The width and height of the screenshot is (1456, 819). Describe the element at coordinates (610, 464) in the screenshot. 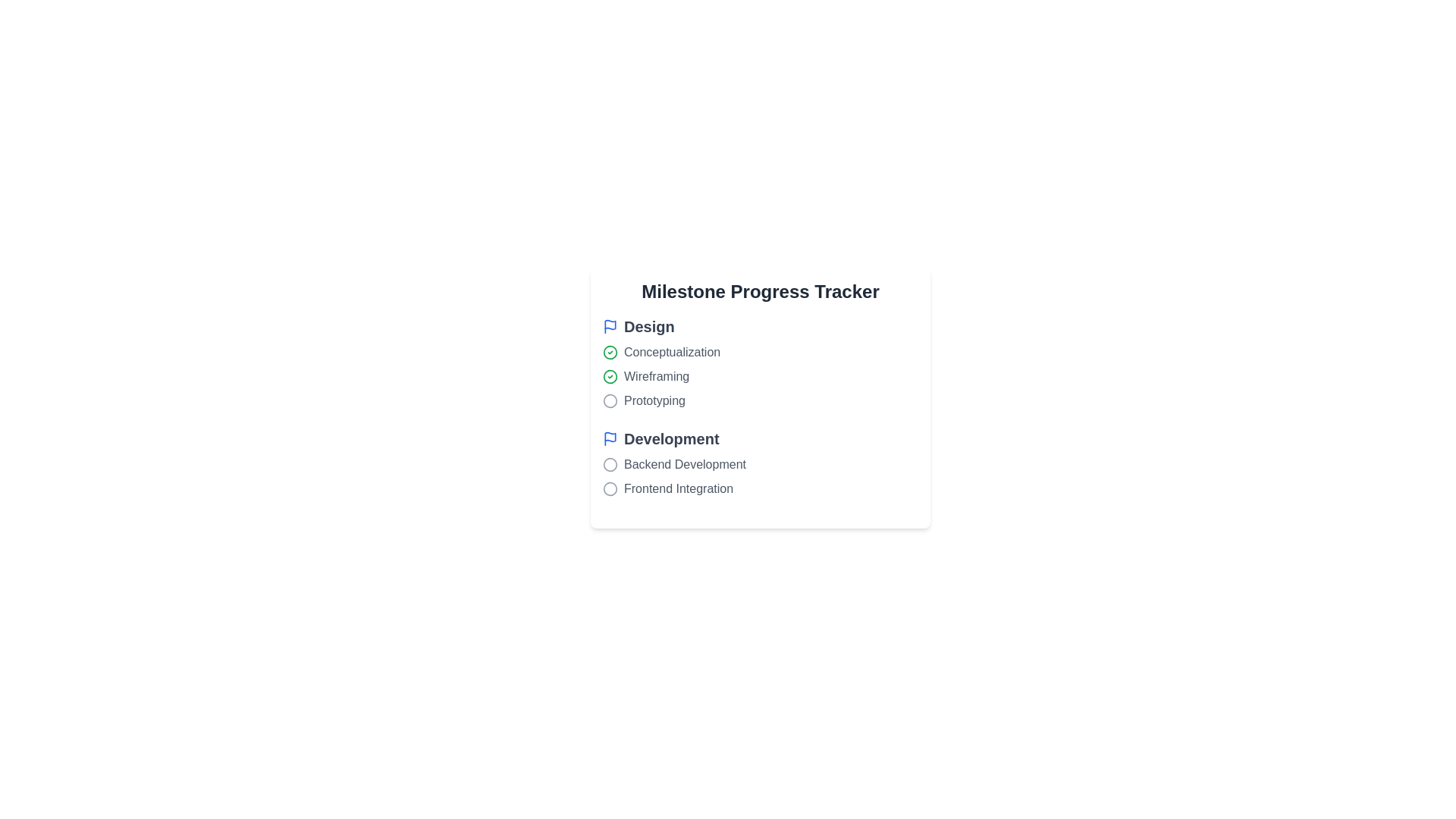

I see `the circular indicator within the 'Development' section of the 'Milestone Progress Tracker' that is styled with a gray stroke and no fill` at that location.